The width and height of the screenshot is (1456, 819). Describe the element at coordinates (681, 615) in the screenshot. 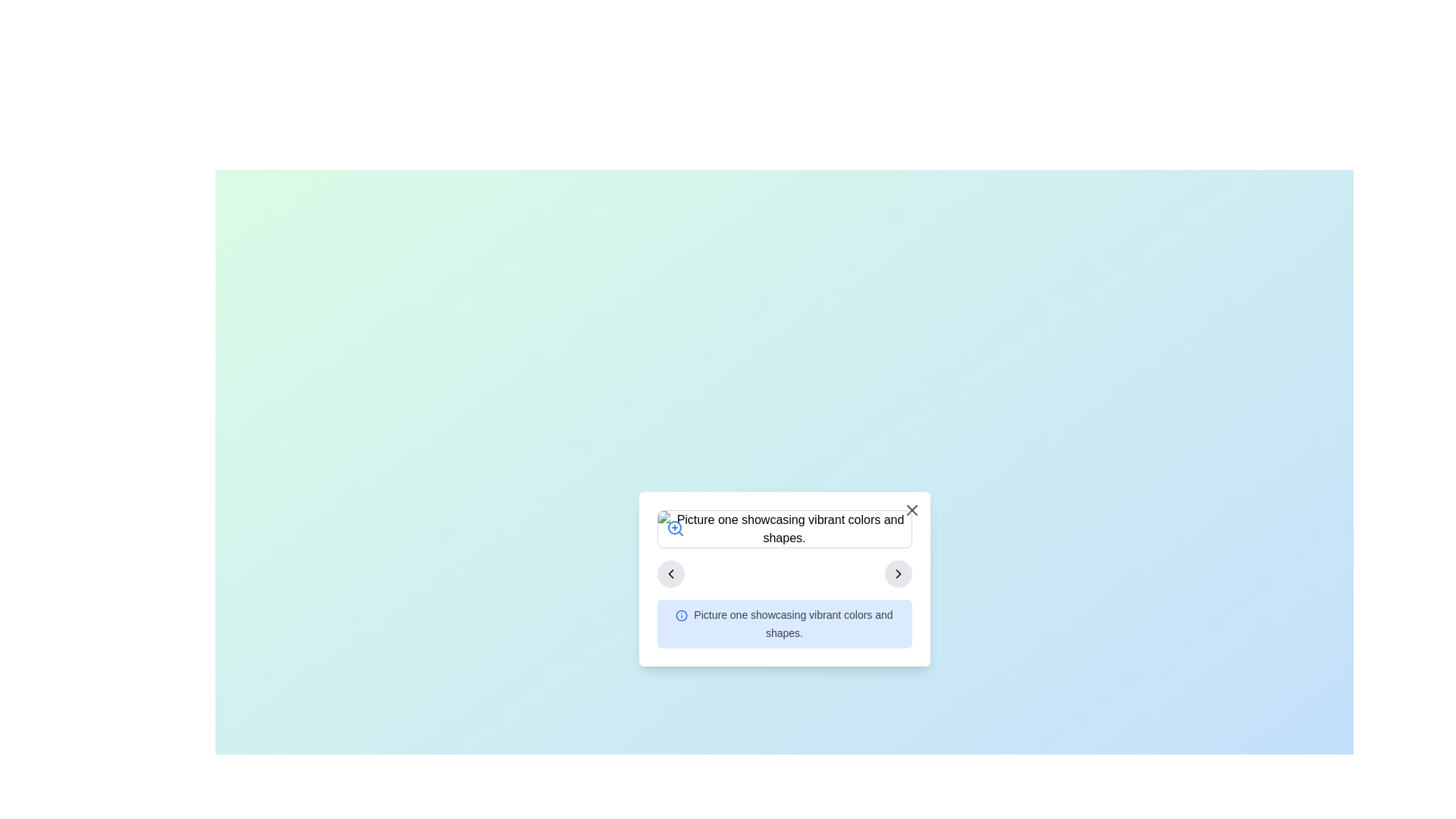

I see `the information icon located within the blue-highlighted box that precedes the text 'Picture one showcasing vibrant colors and shapes'` at that location.